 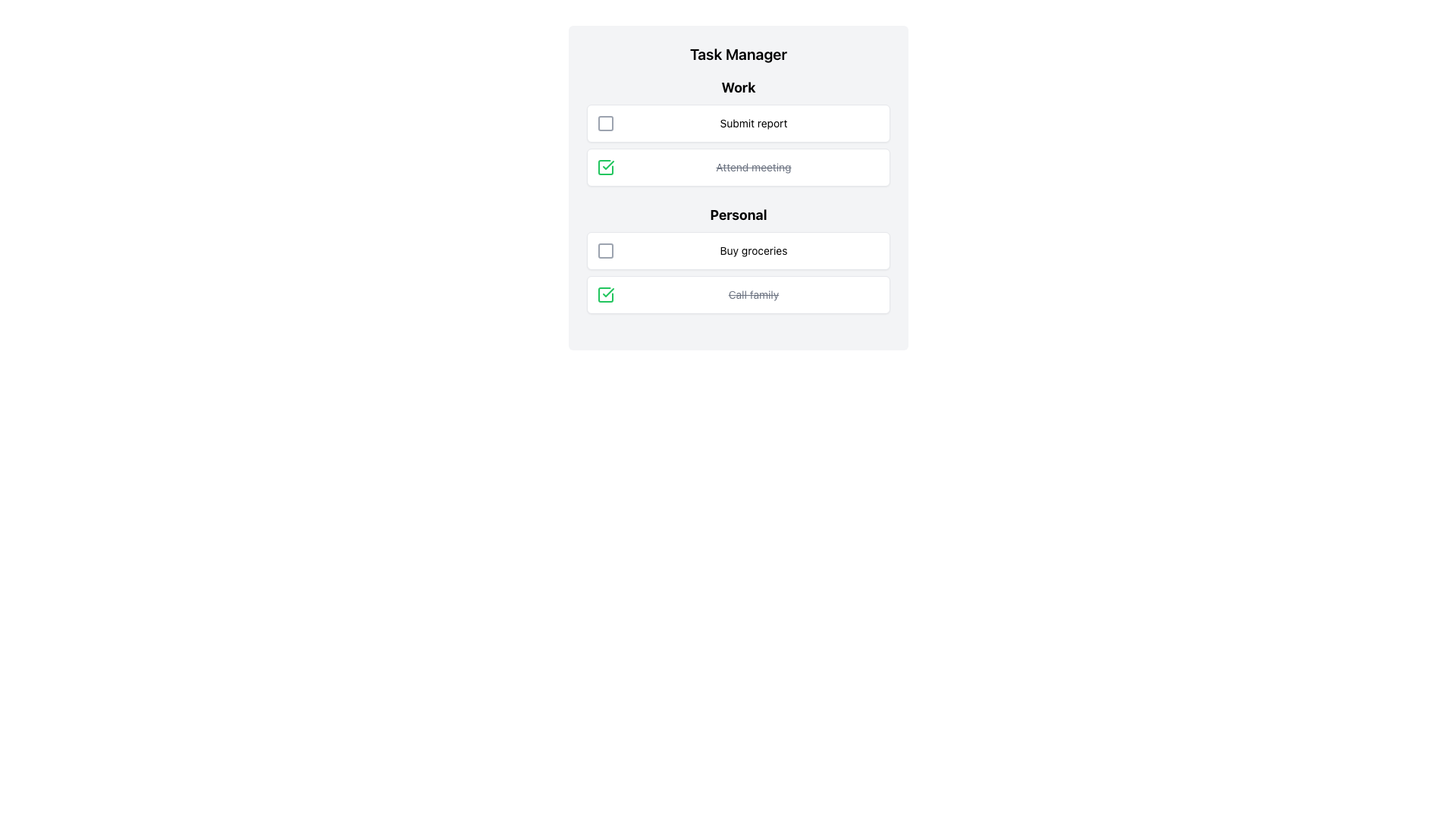 What do you see at coordinates (604, 122) in the screenshot?
I see `the checkbox for 'Submit report' in the task manager interface` at bounding box center [604, 122].